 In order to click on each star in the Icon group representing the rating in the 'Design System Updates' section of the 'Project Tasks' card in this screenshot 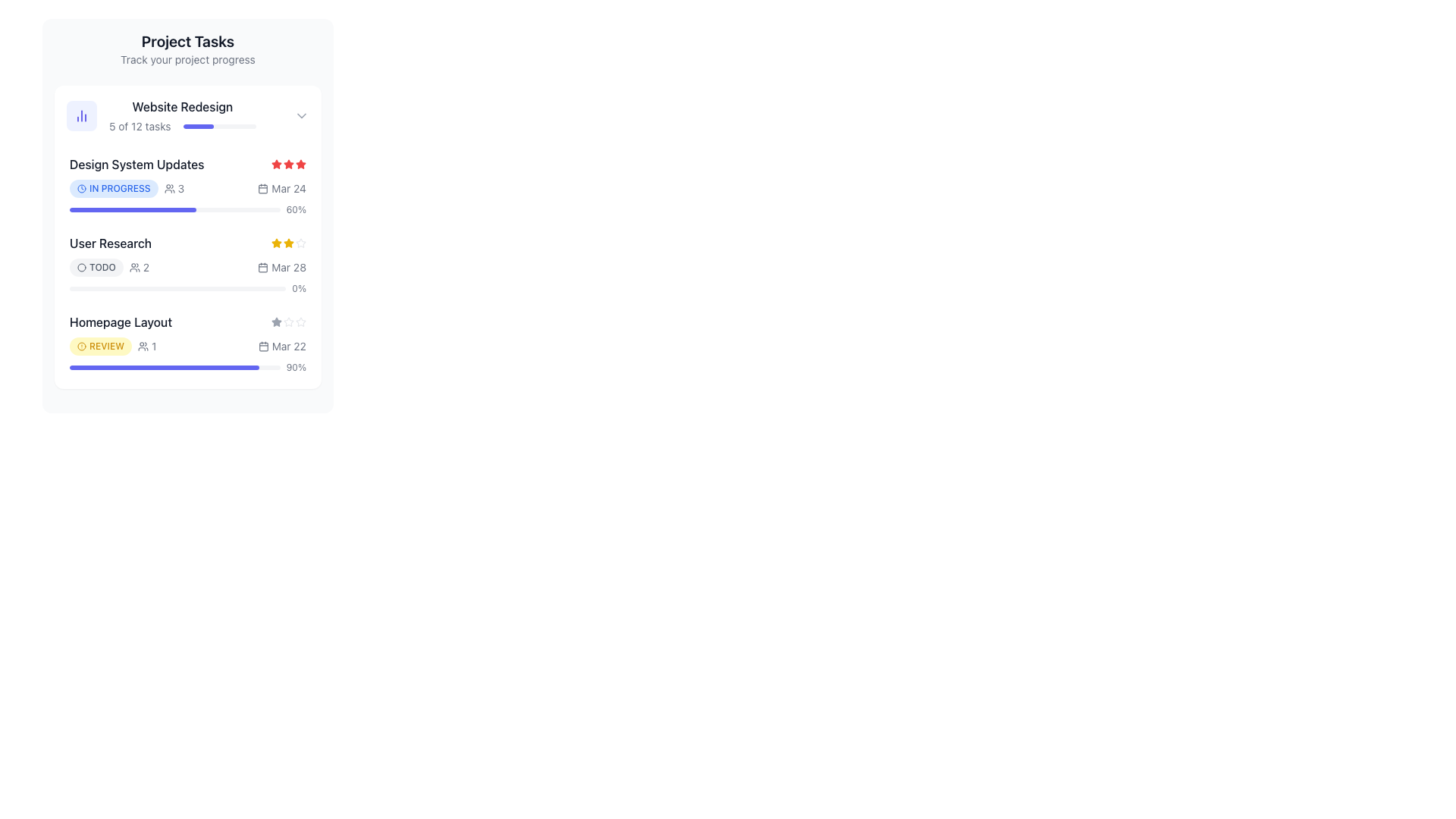, I will do `click(288, 164)`.